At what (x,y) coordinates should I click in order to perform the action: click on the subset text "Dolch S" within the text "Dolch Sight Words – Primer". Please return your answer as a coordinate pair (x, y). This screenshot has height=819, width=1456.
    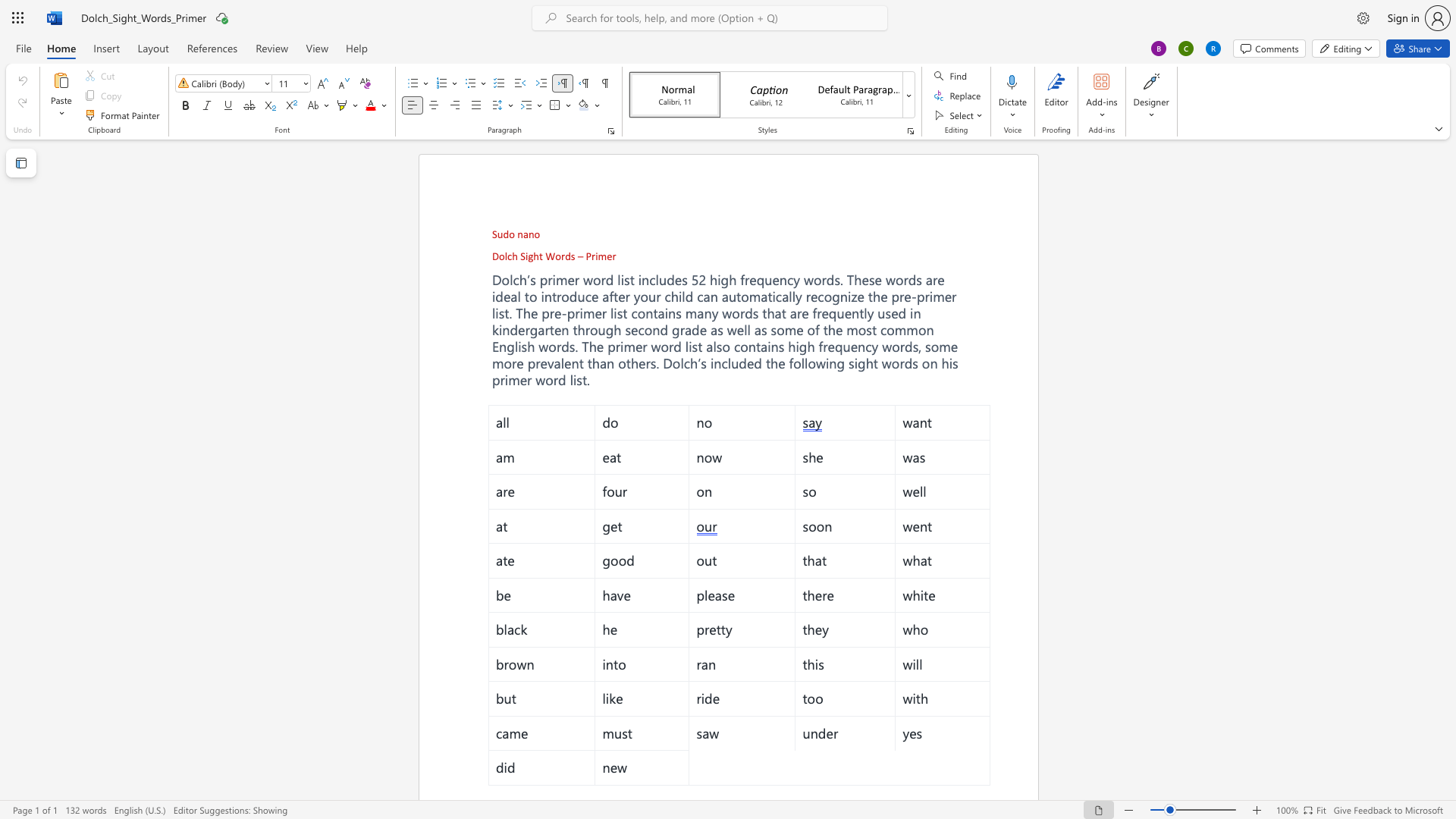
    Looking at the image, I should click on (491, 256).